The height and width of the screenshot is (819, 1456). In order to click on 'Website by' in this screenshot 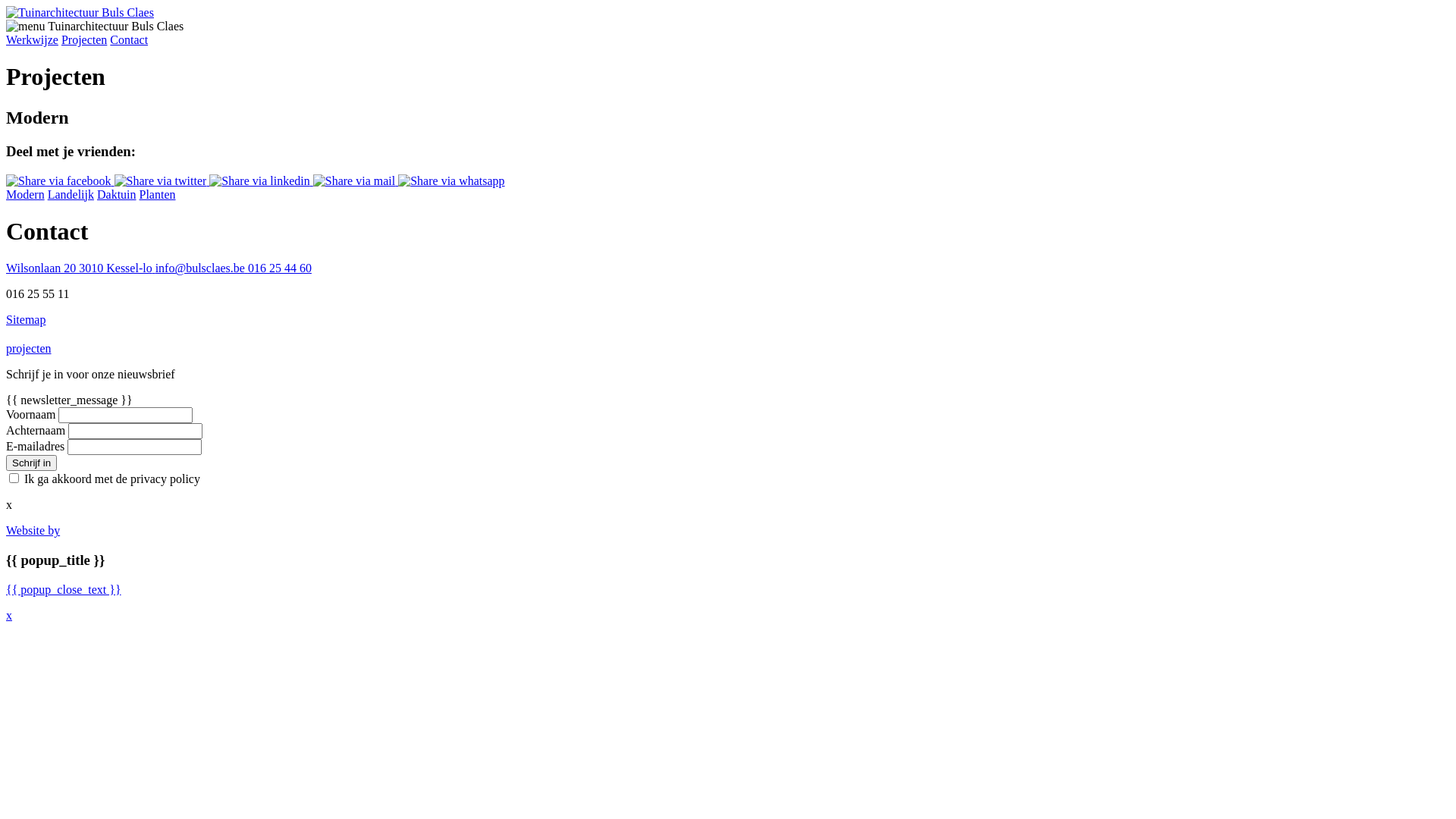, I will do `click(33, 529)`.